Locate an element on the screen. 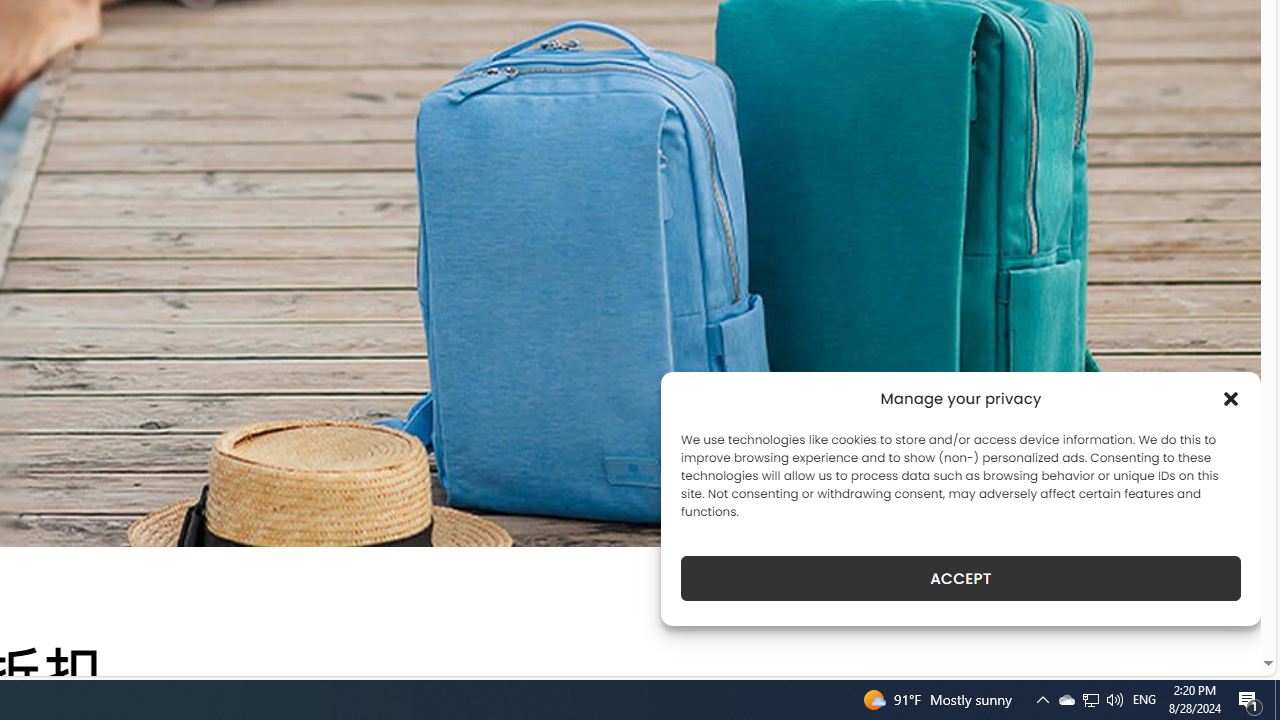  'ACCEPT' is located at coordinates (961, 578).